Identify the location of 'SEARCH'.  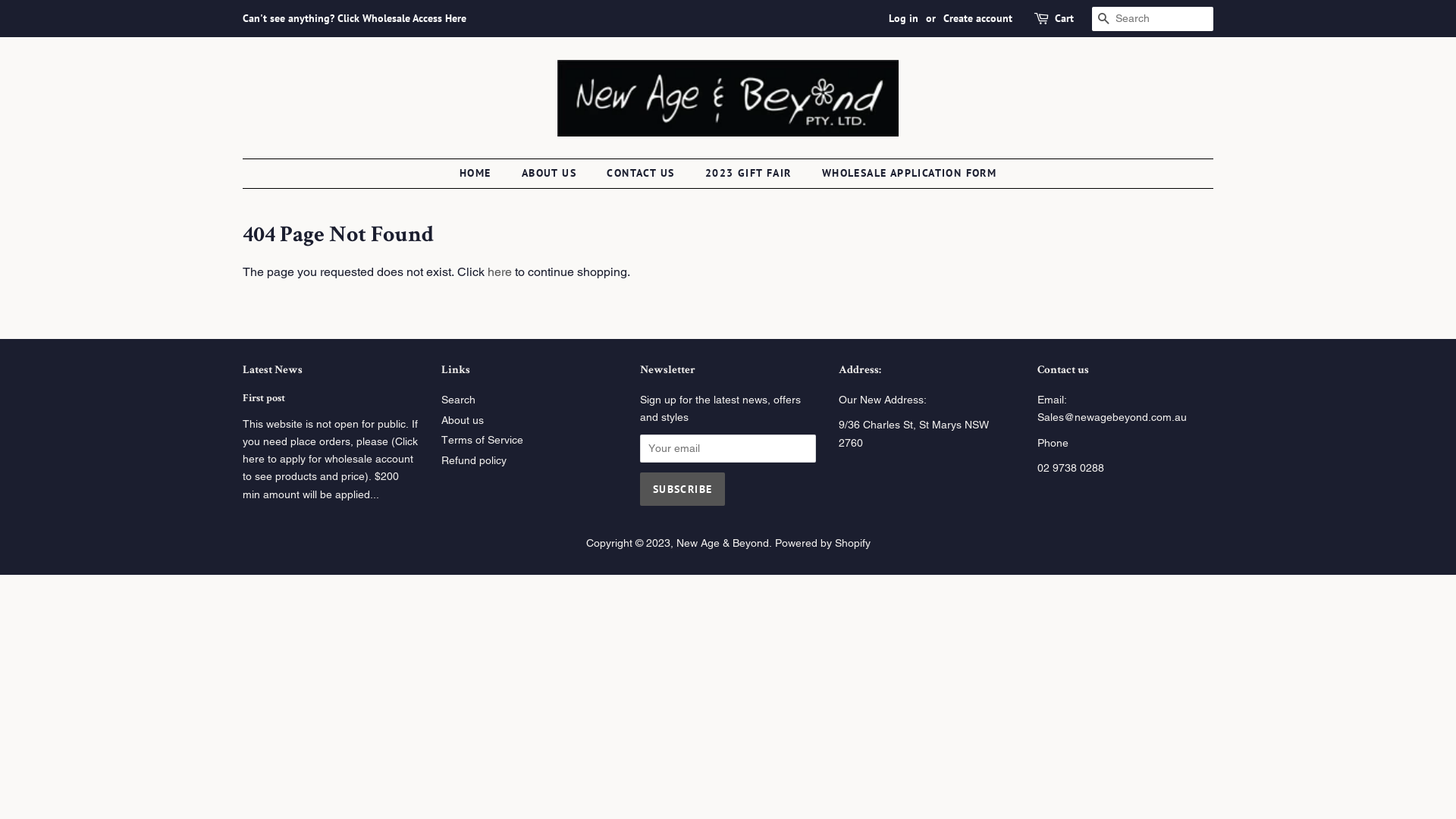
(1092, 19).